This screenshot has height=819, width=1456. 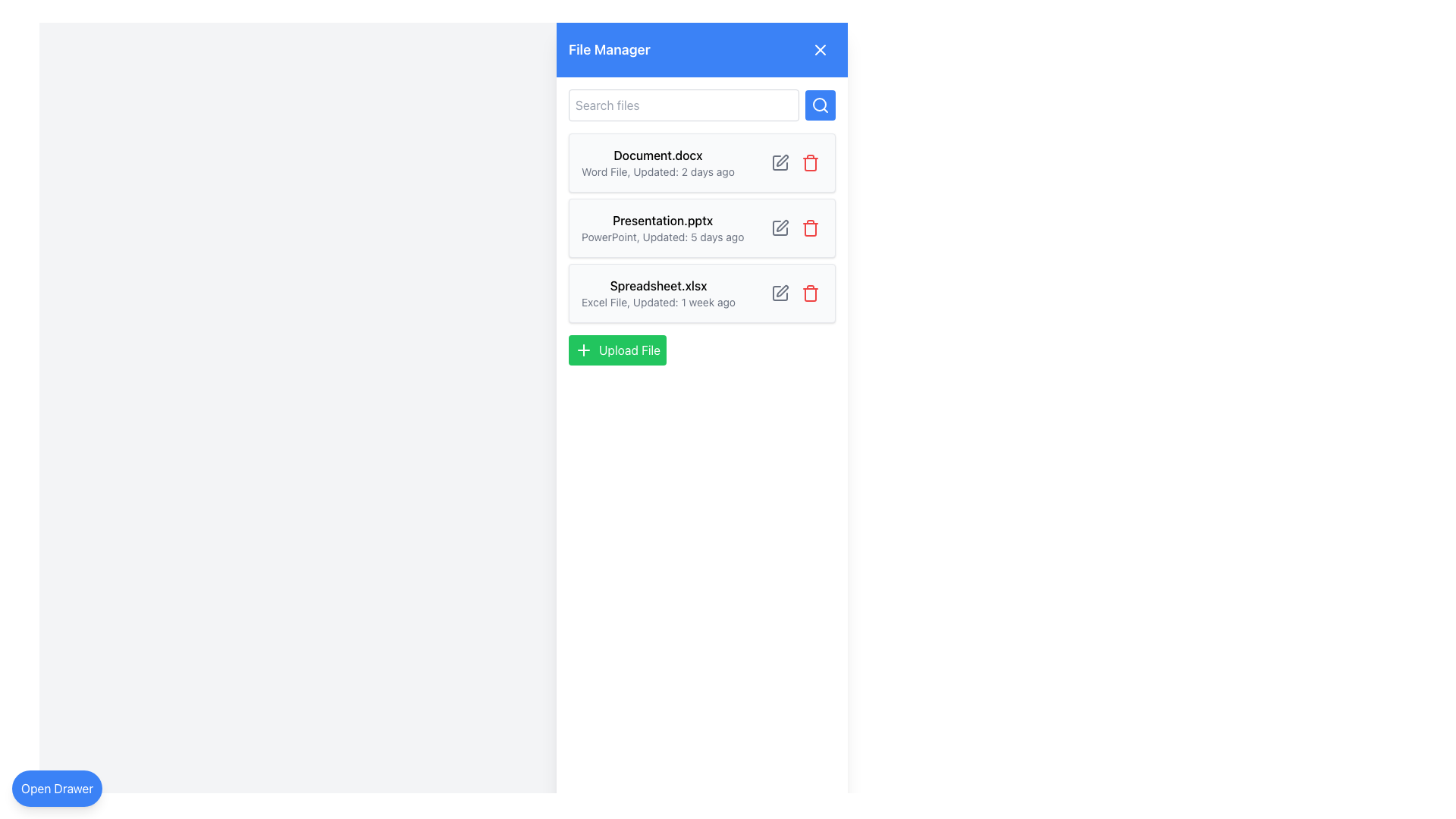 I want to click on the trash icon located to the far-right of the 'Spreadsheet.xlsx' file entry in the file manager interface, so click(x=810, y=295).